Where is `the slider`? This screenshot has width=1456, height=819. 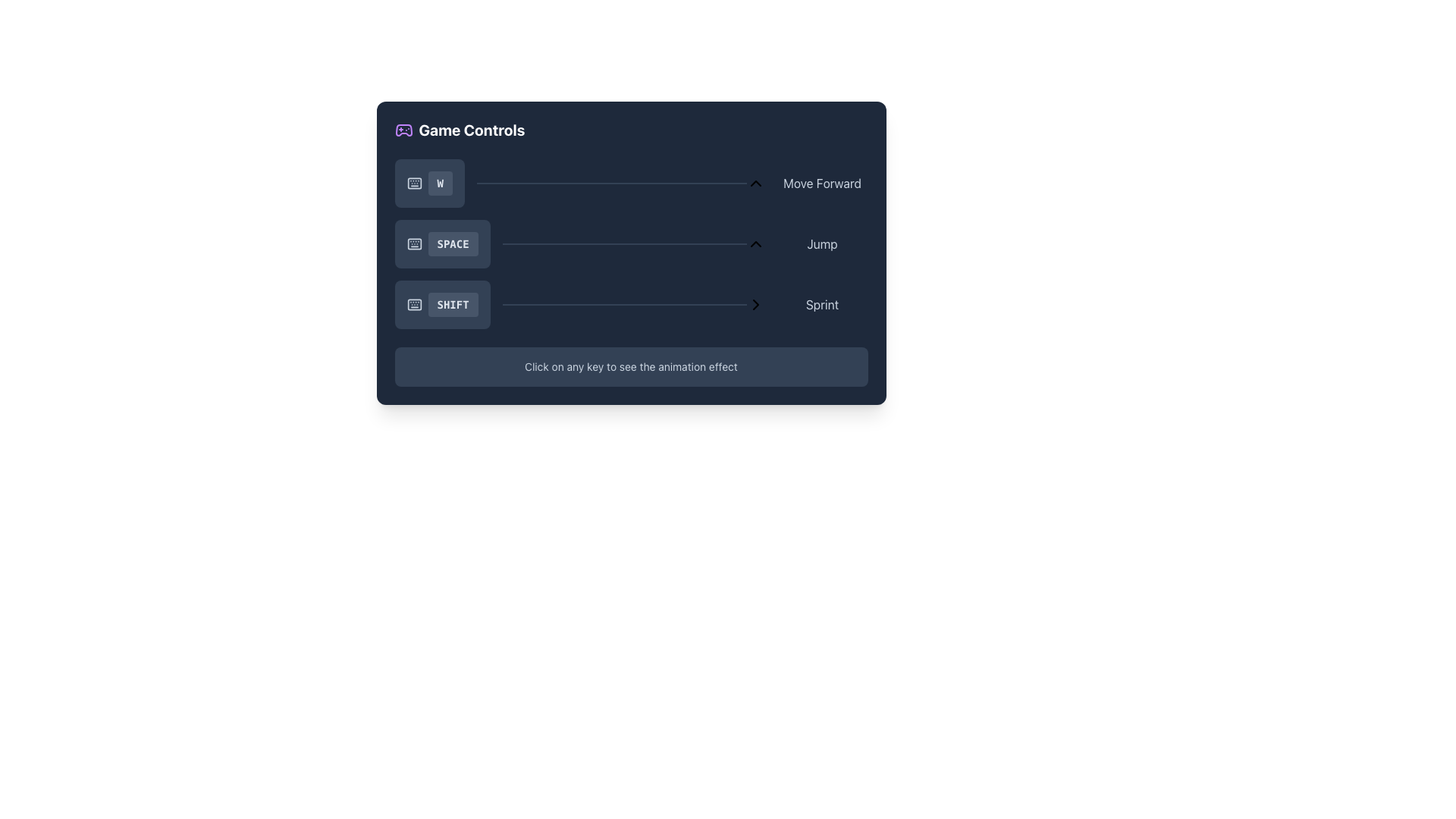
the slider is located at coordinates (536, 183).